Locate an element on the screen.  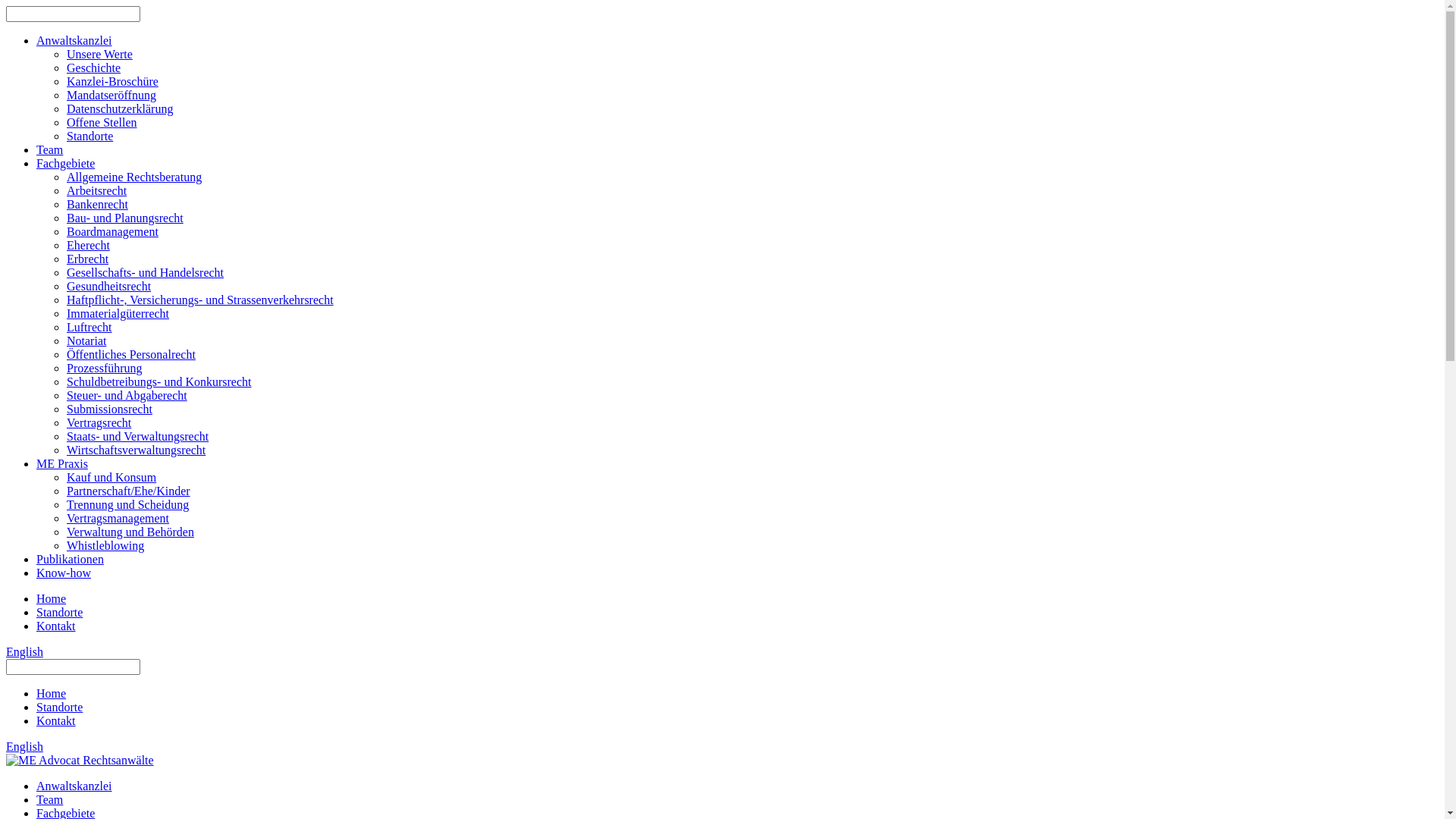
'Standorte' is located at coordinates (89, 135).